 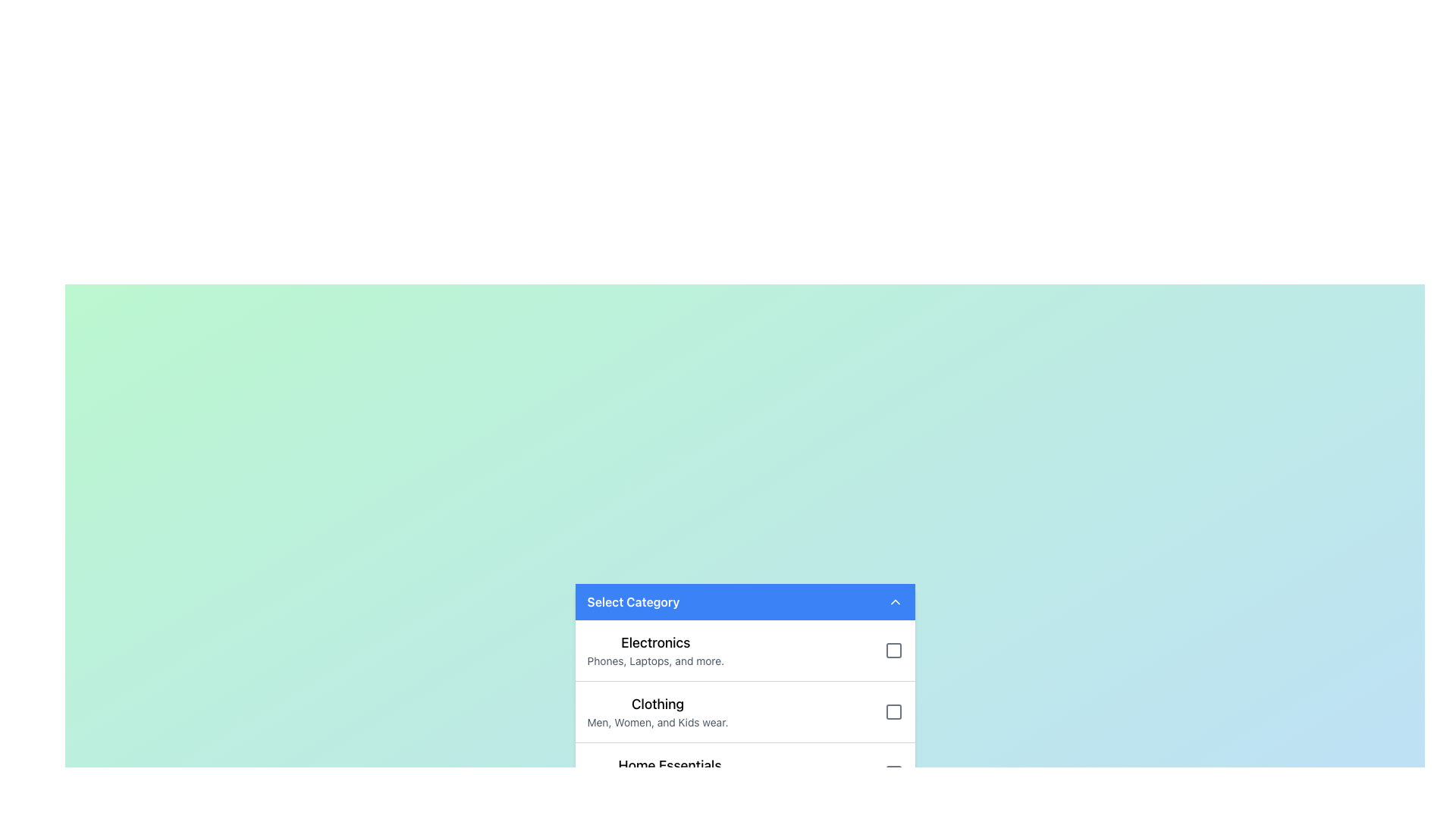 I want to click on the small gray square icon with a rounded border located to the right of the text 'Clothing', so click(x=893, y=711).